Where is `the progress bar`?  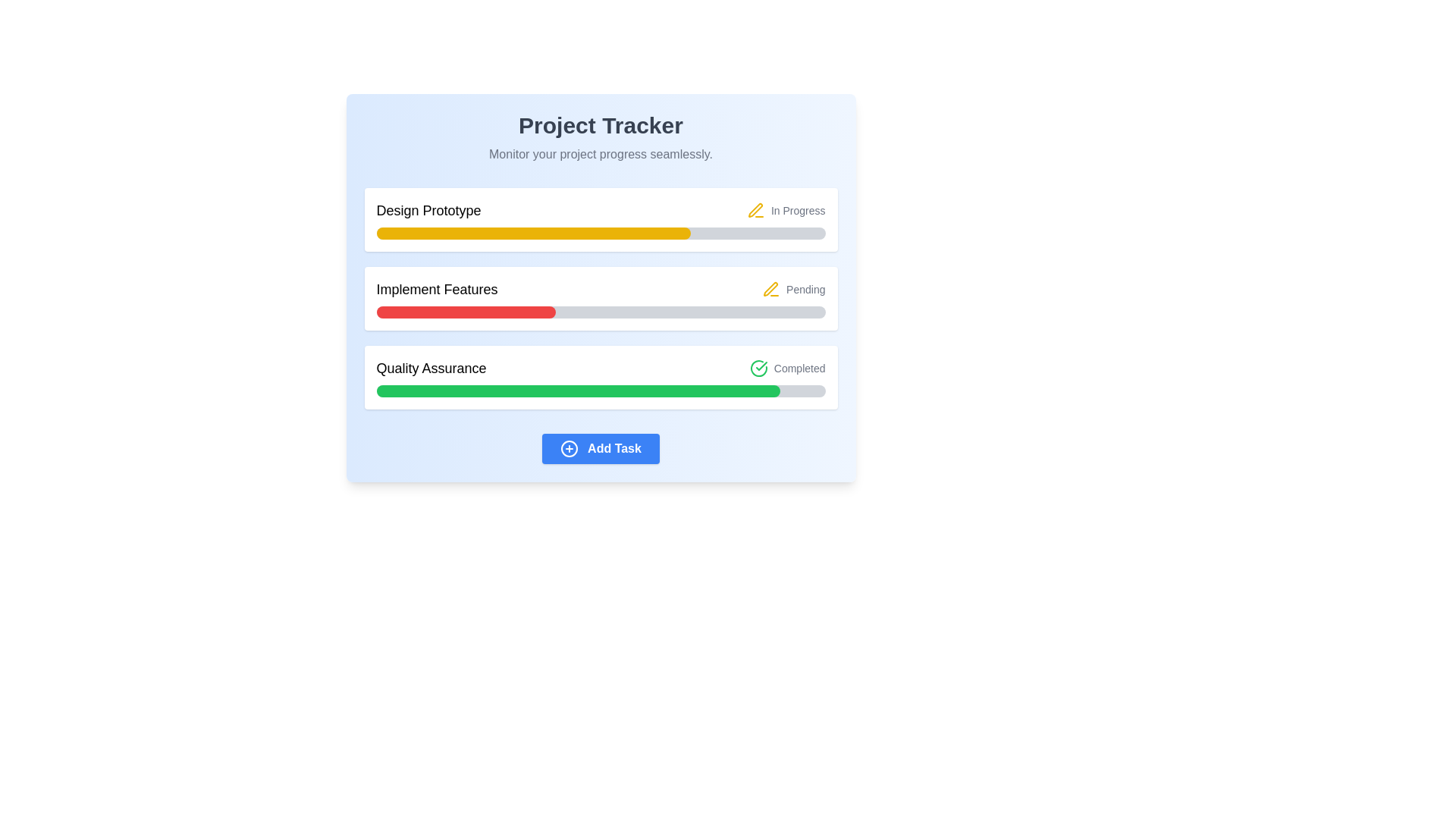 the progress bar is located at coordinates (645, 234).